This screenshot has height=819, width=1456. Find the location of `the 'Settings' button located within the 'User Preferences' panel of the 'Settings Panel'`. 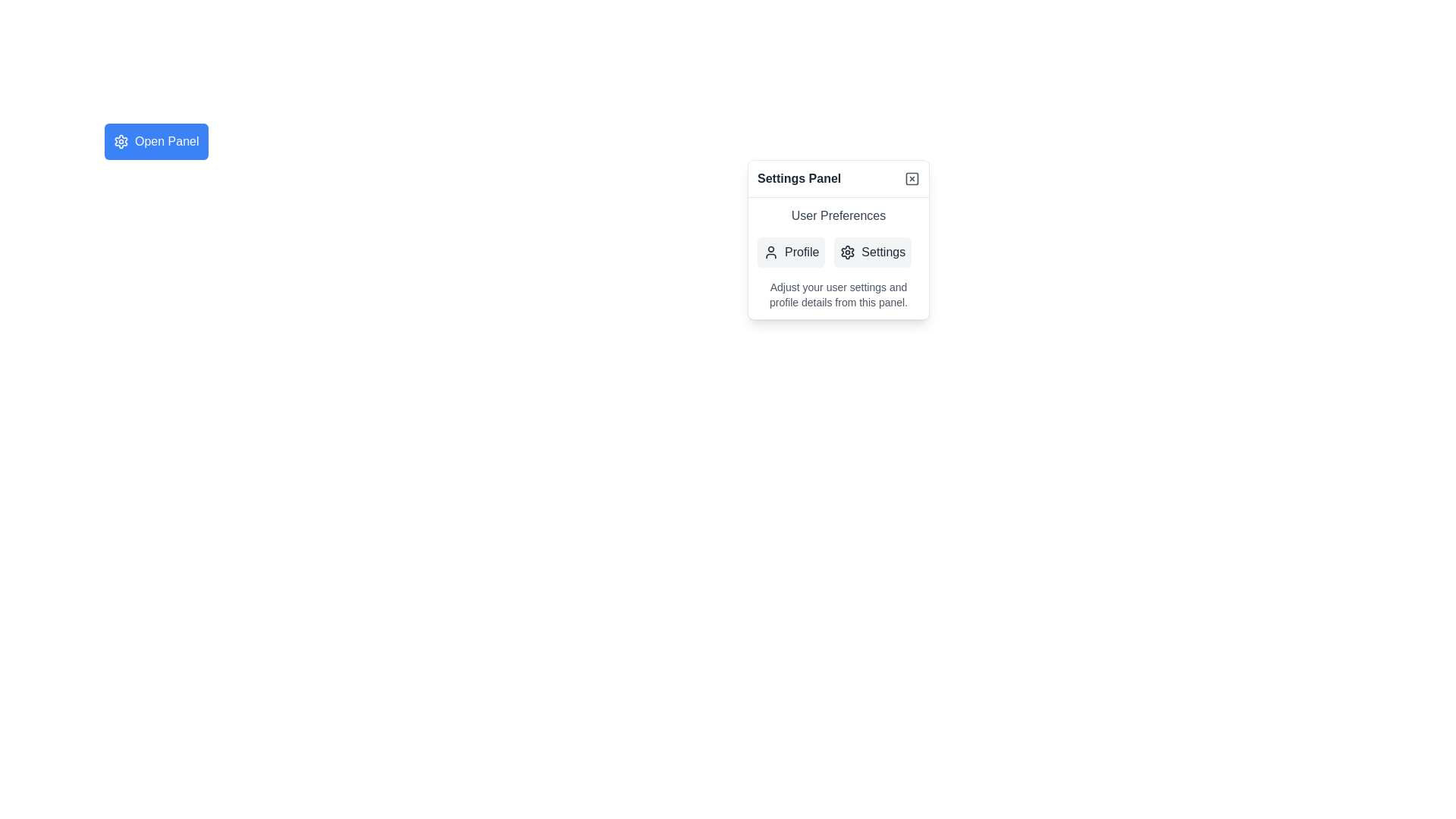

the 'Settings' button located within the 'User Preferences' panel of the 'Settings Panel' is located at coordinates (837, 257).